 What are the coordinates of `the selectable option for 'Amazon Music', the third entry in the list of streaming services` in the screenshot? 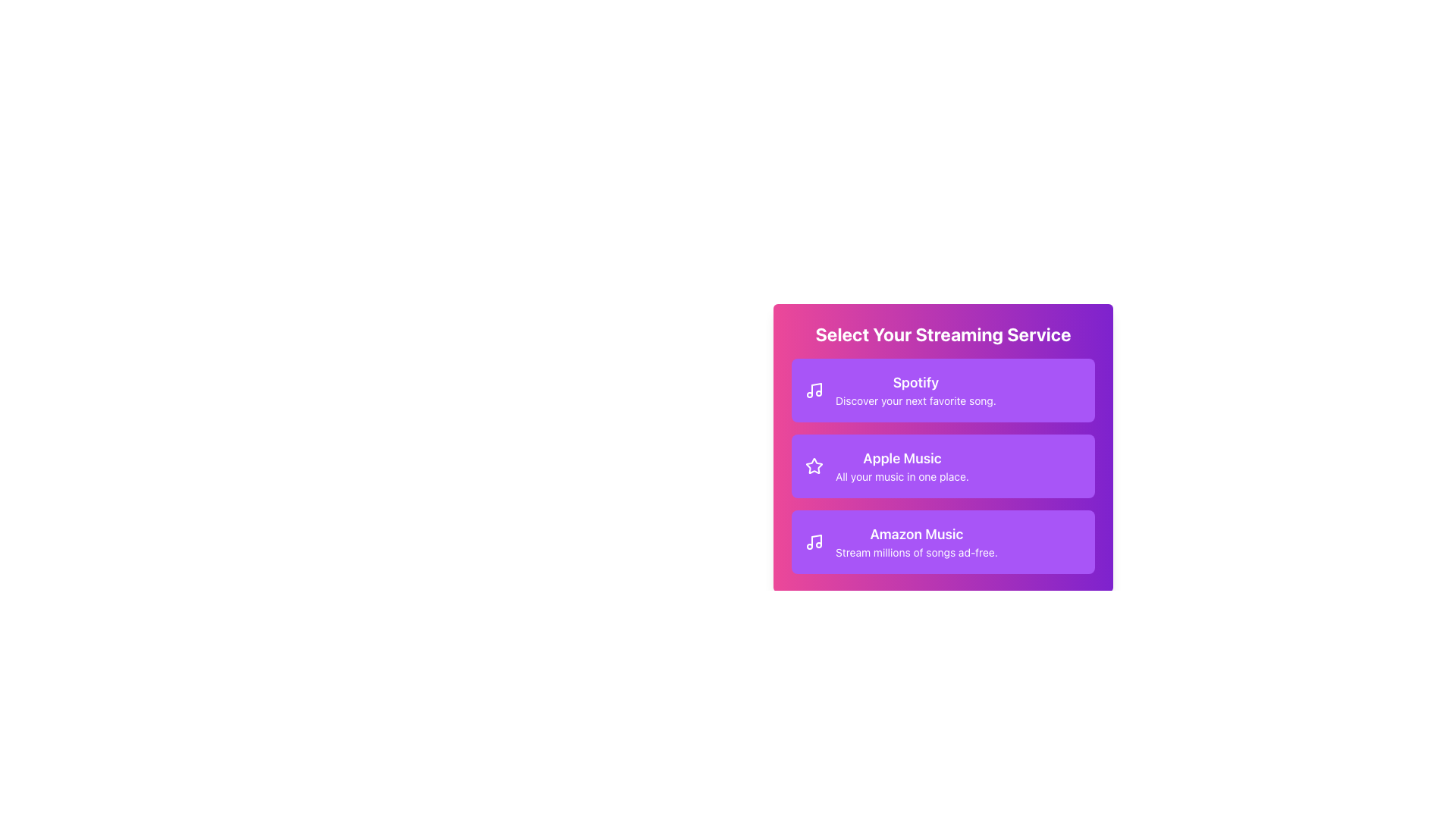 It's located at (901, 541).